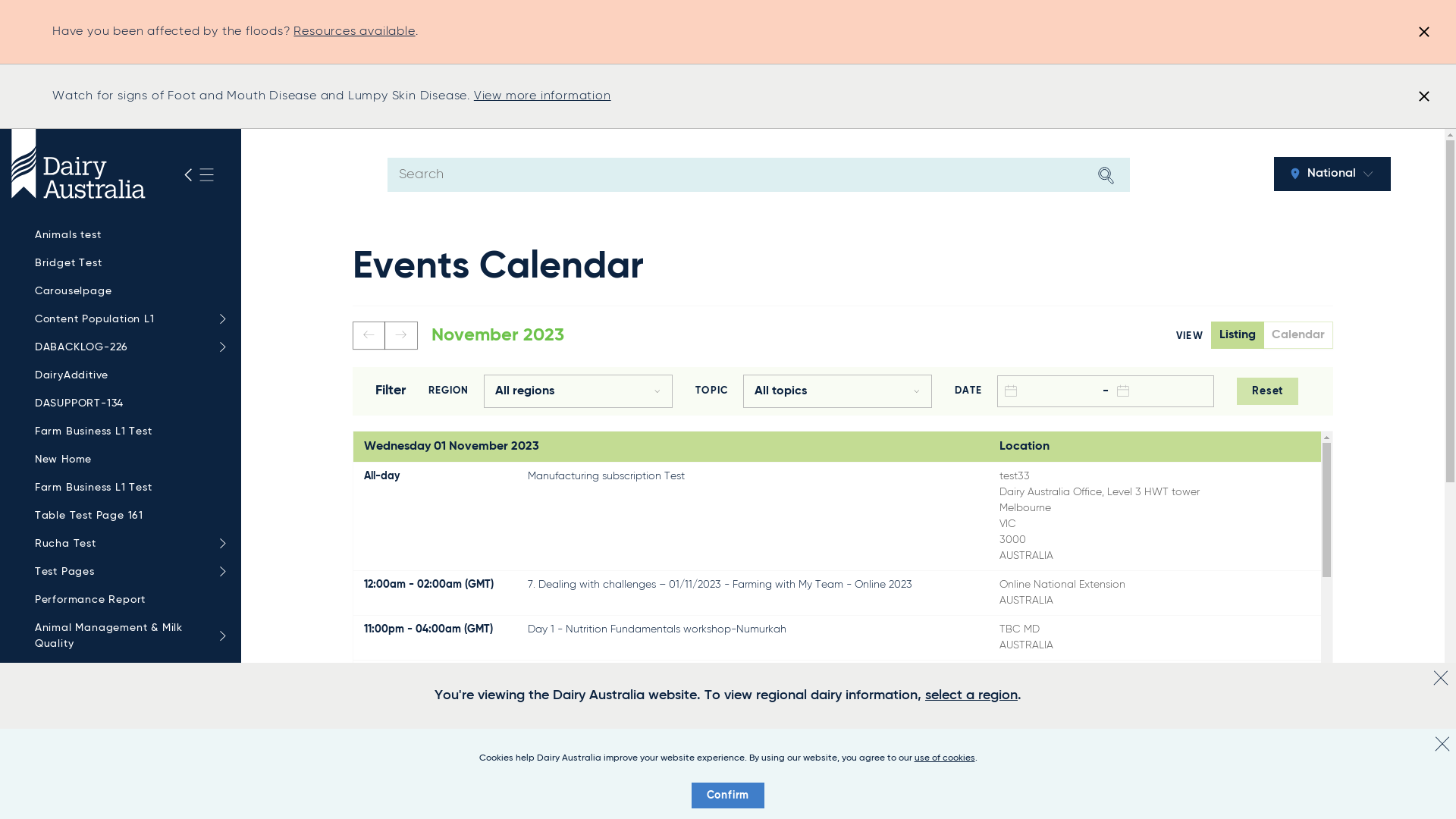 The height and width of the screenshot is (819, 1456). Describe the element at coordinates (1298, 334) in the screenshot. I see `'Calendar'` at that location.